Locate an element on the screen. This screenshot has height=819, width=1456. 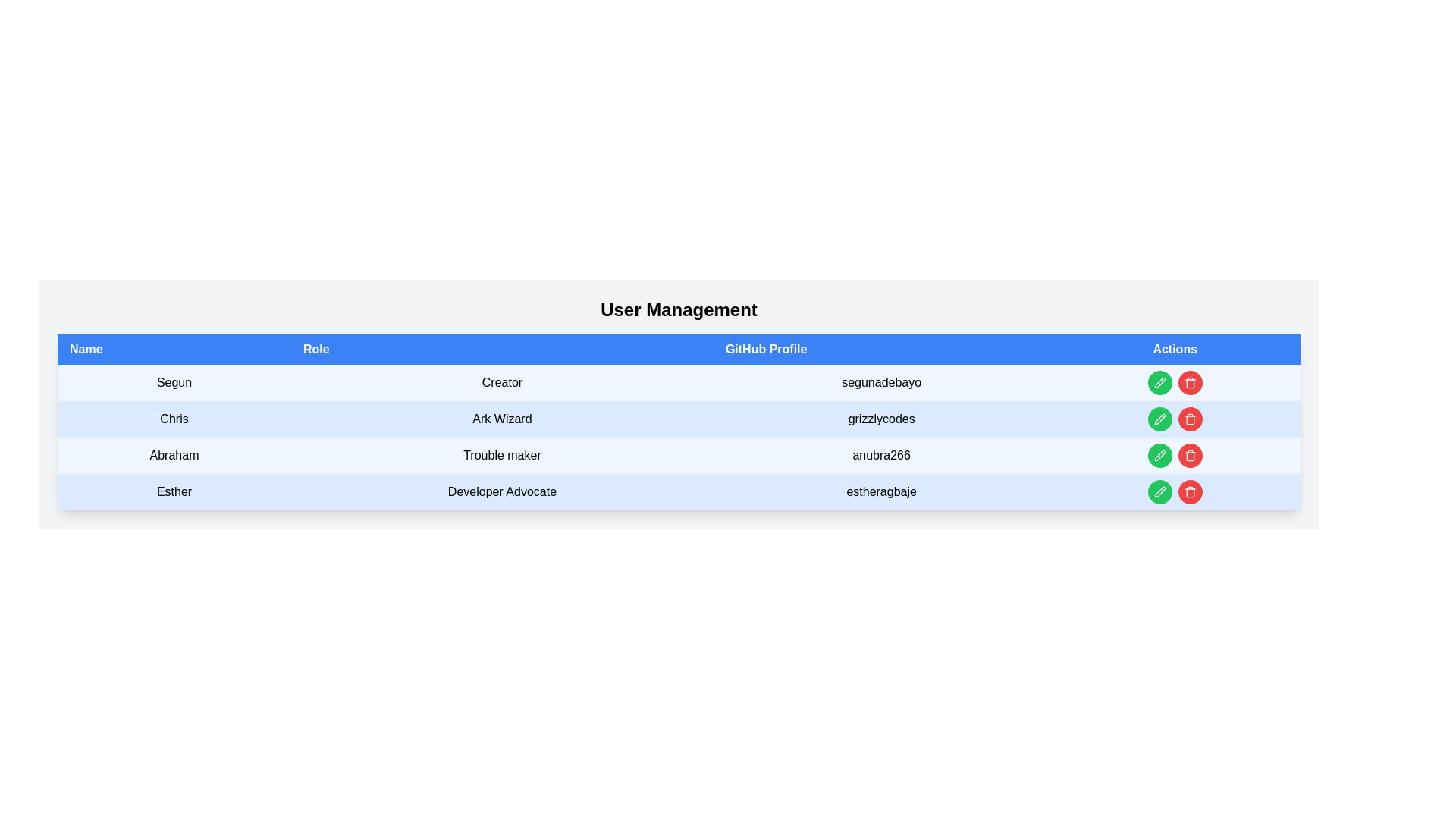
the first row of the user data table displaying information for 'Segun' with the role 'Creator' and GitHub profile 'segunadebayo', which contains action buttons for editing and deleting is located at coordinates (678, 382).